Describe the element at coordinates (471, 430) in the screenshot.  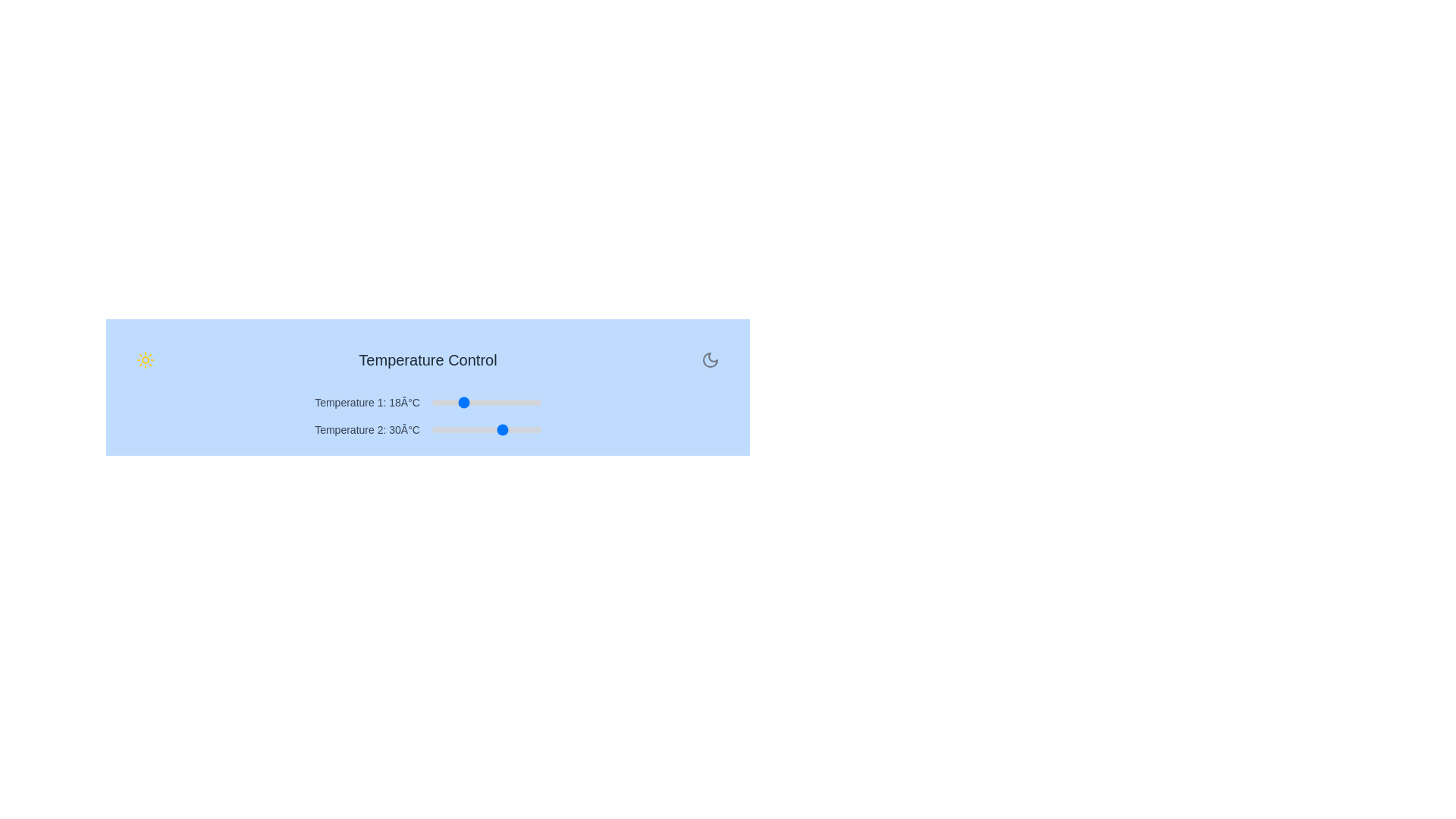
I see `the temperature slider` at that location.